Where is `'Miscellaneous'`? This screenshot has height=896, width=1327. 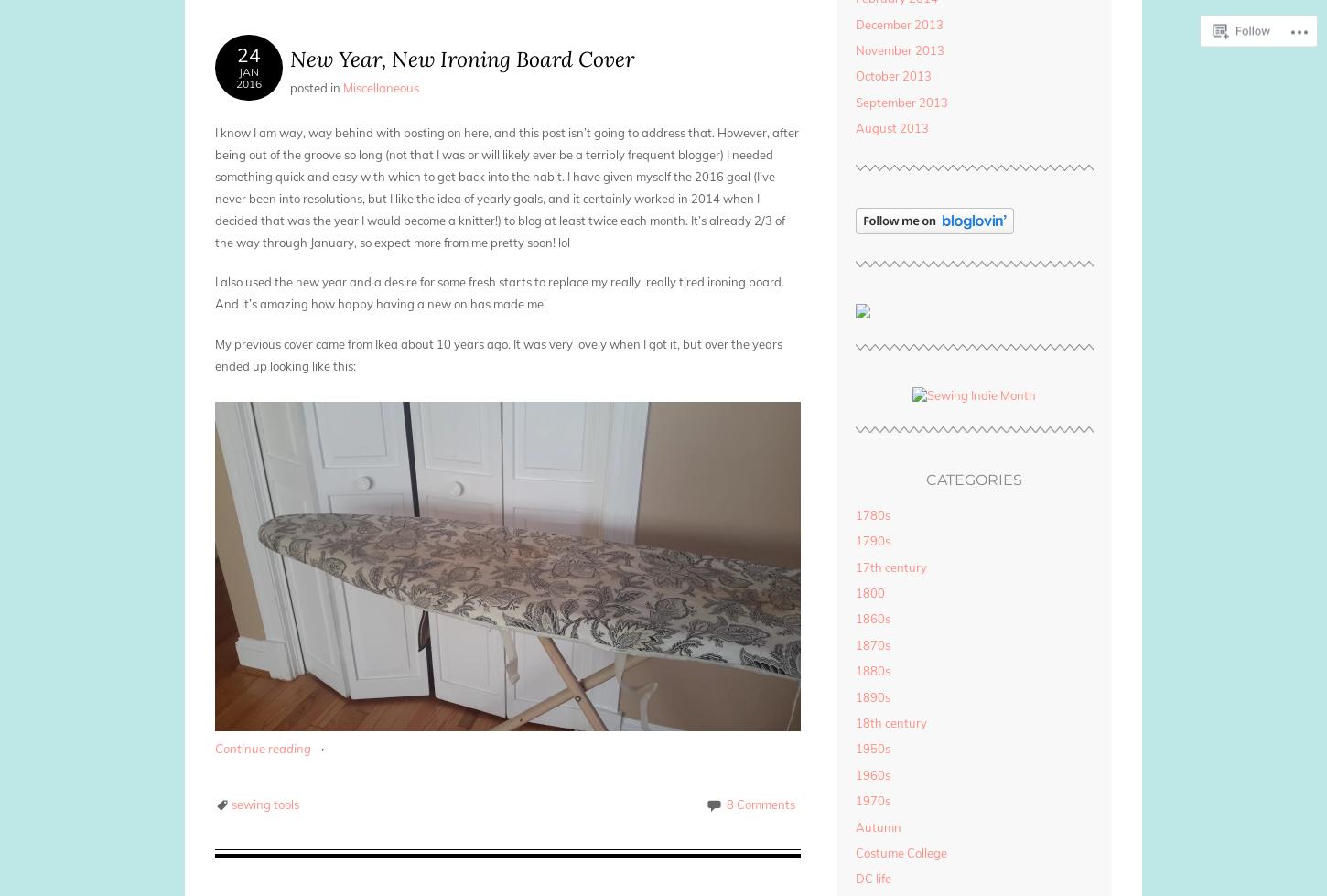 'Miscellaneous' is located at coordinates (379, 88).